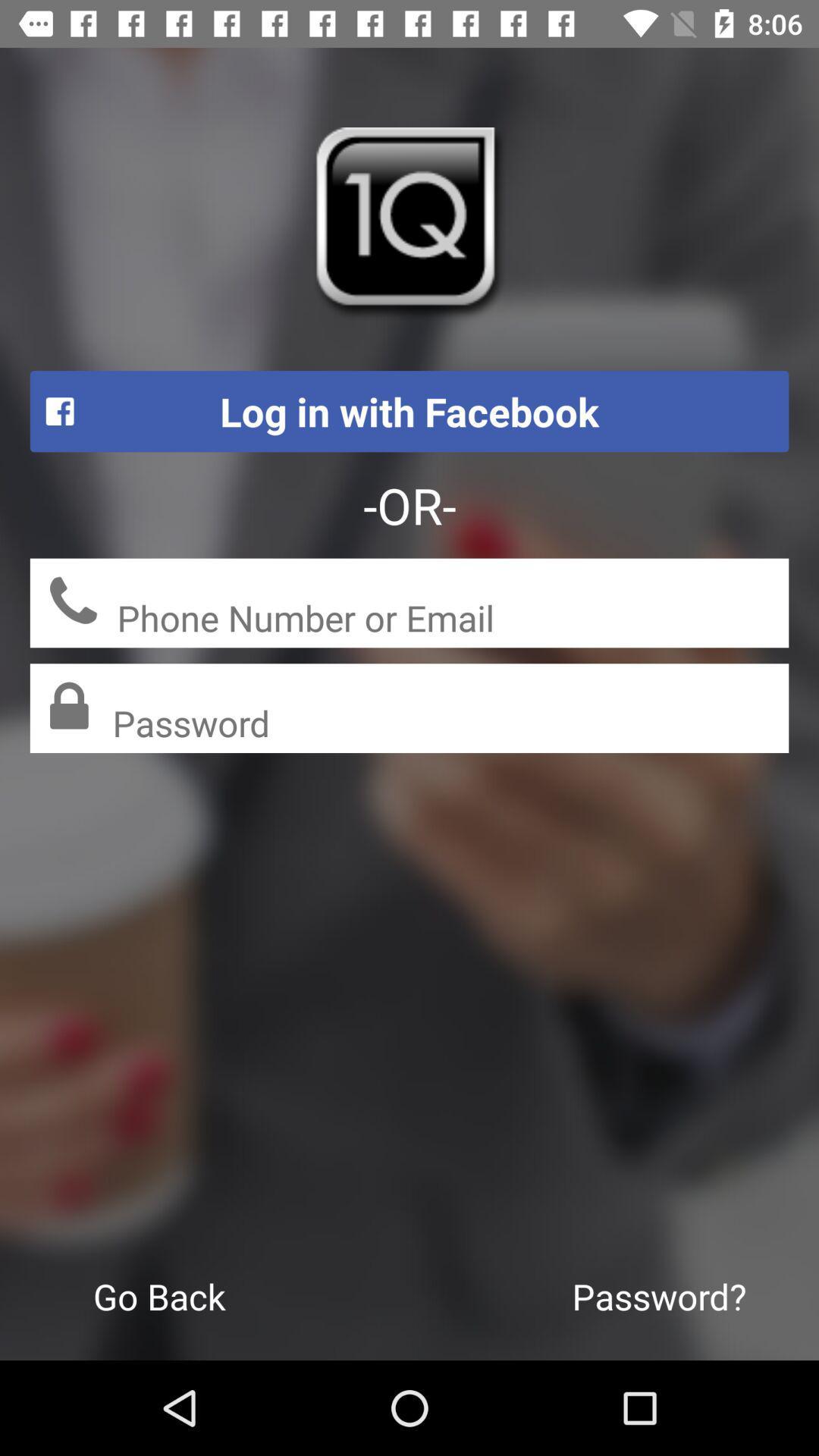 This screenshot has height=1456, width=819. What do you see at coordinates (450, 723) in the screenshot?
I see `item above the go back` at bounding box center [450, 723].